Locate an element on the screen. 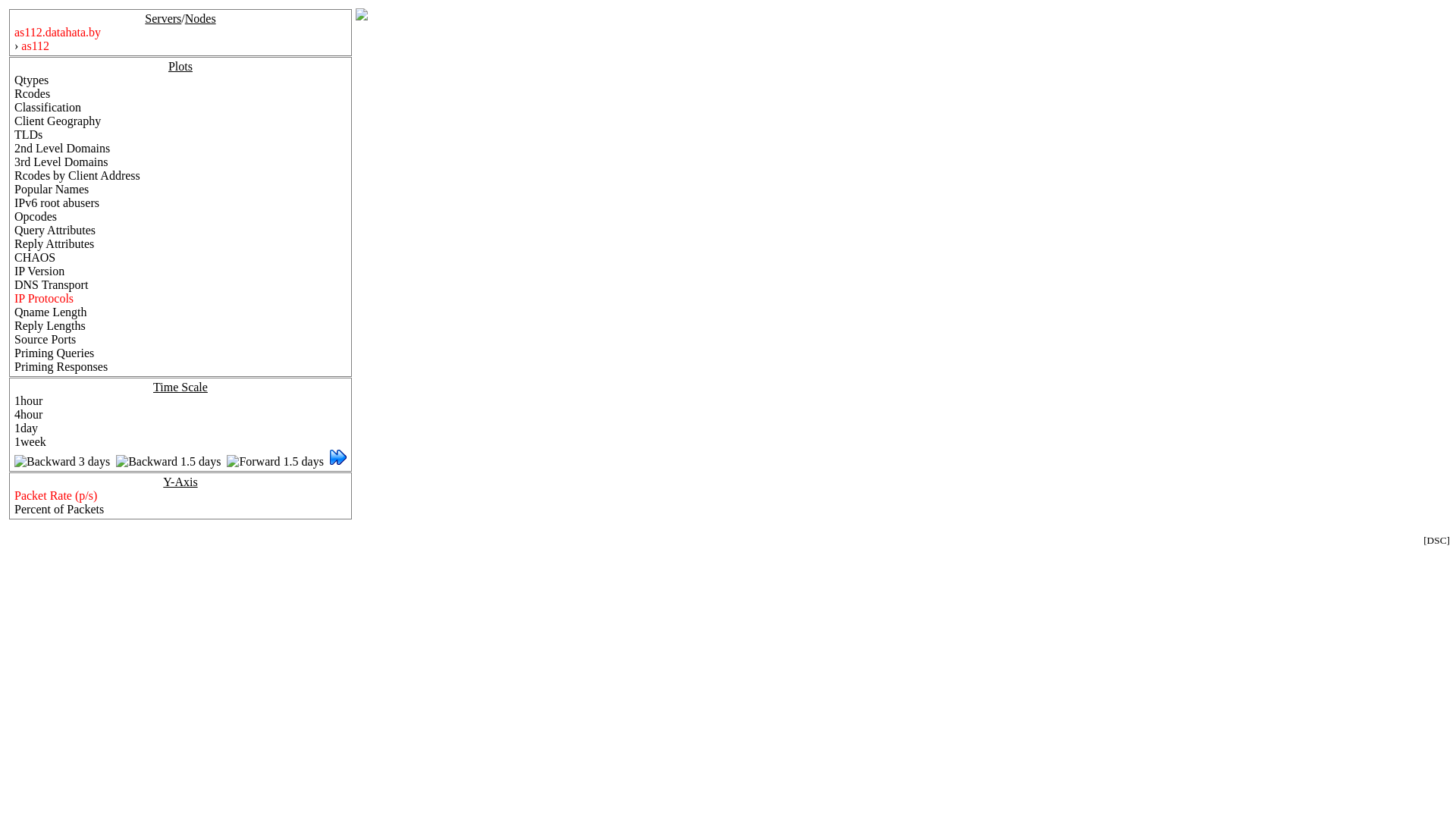  'Rcodes by Client Address' is located at coordinates (14, 174).